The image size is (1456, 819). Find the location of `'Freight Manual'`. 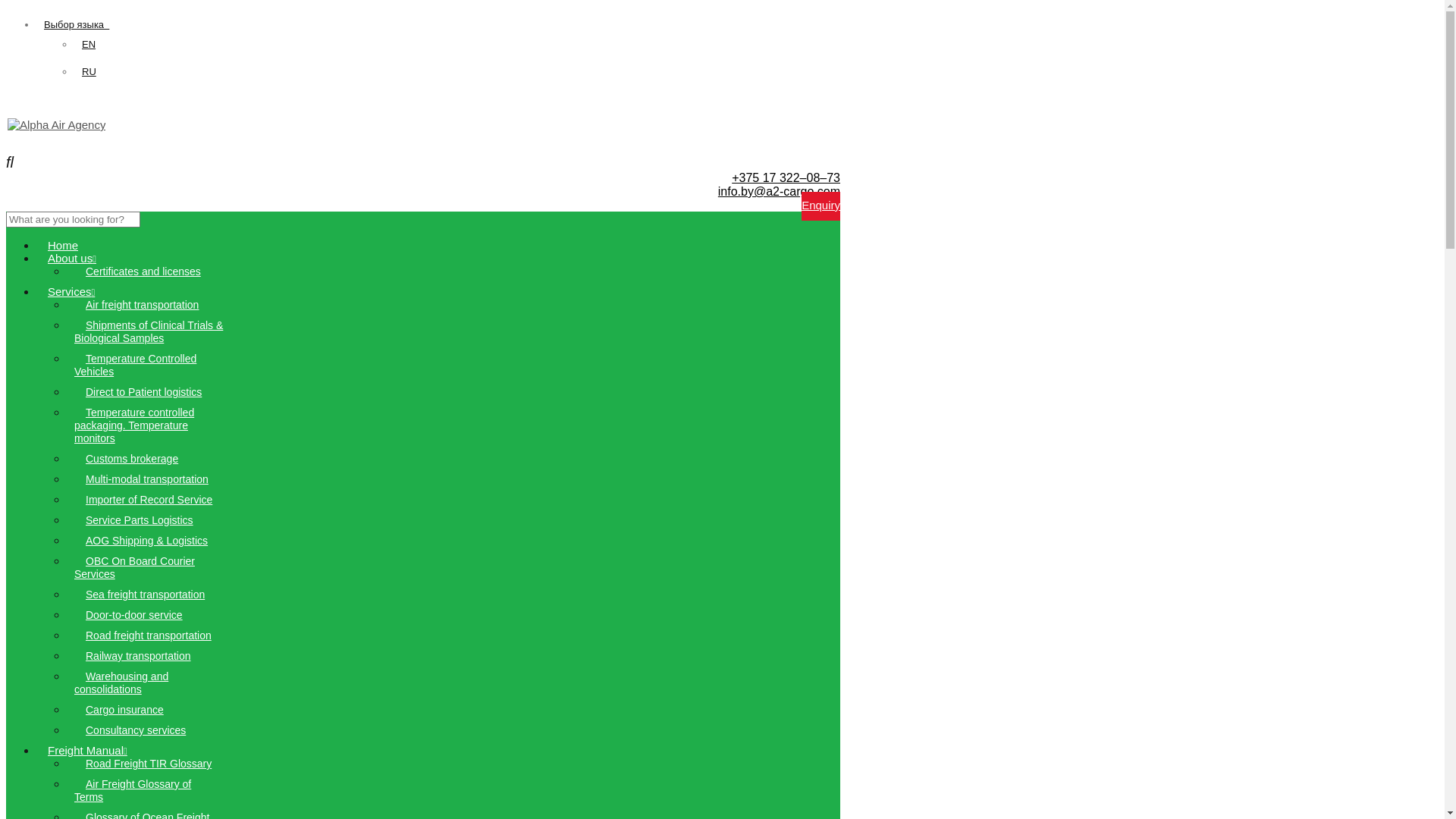

'Freight Manual' is located at coordinates (86, 749).